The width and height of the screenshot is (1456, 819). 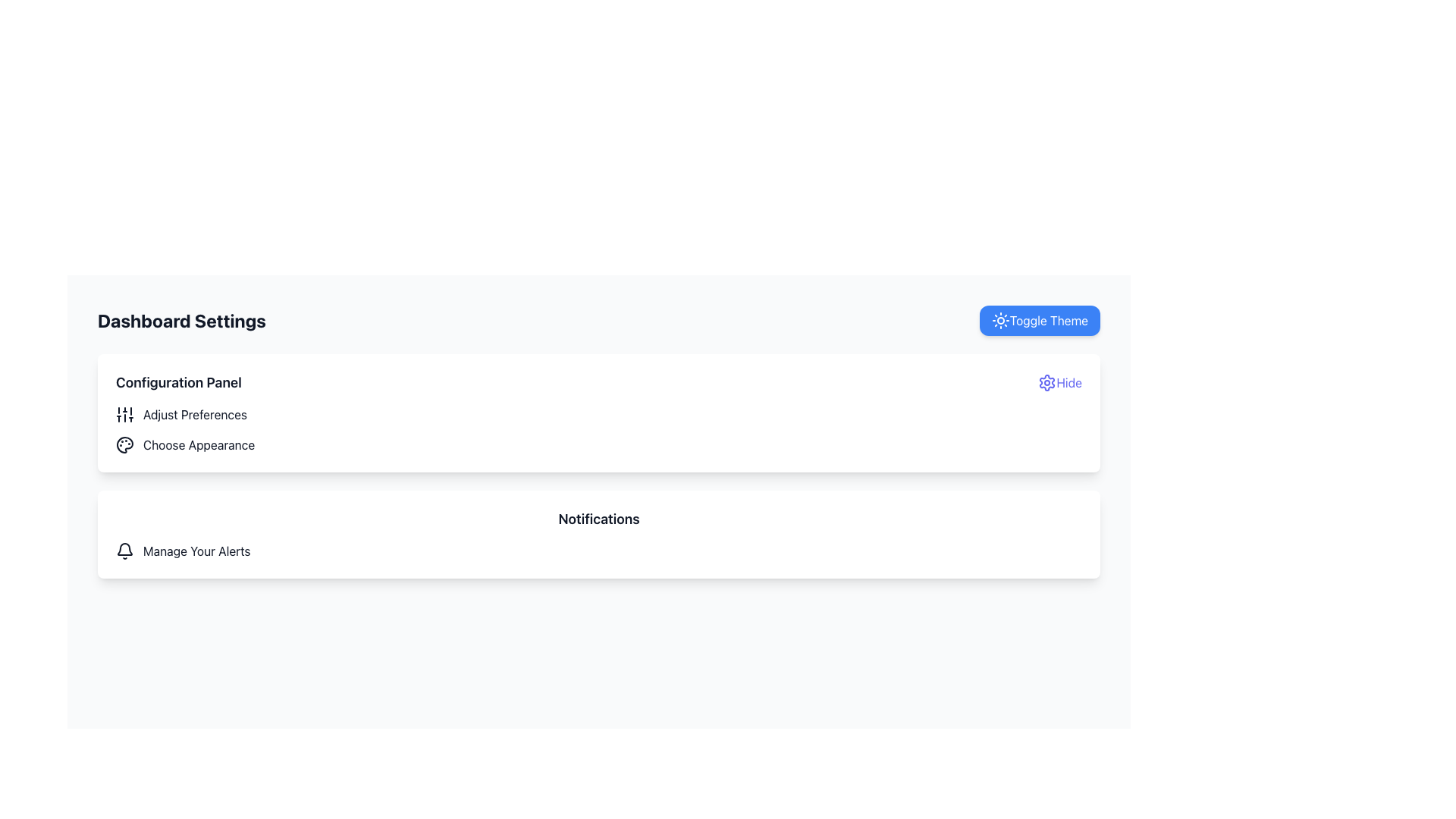 I want to click on the notification icon, which is the first icon on the left within the 'Notifications' section, indicating alerts or messages, so click(x=124, y=551).